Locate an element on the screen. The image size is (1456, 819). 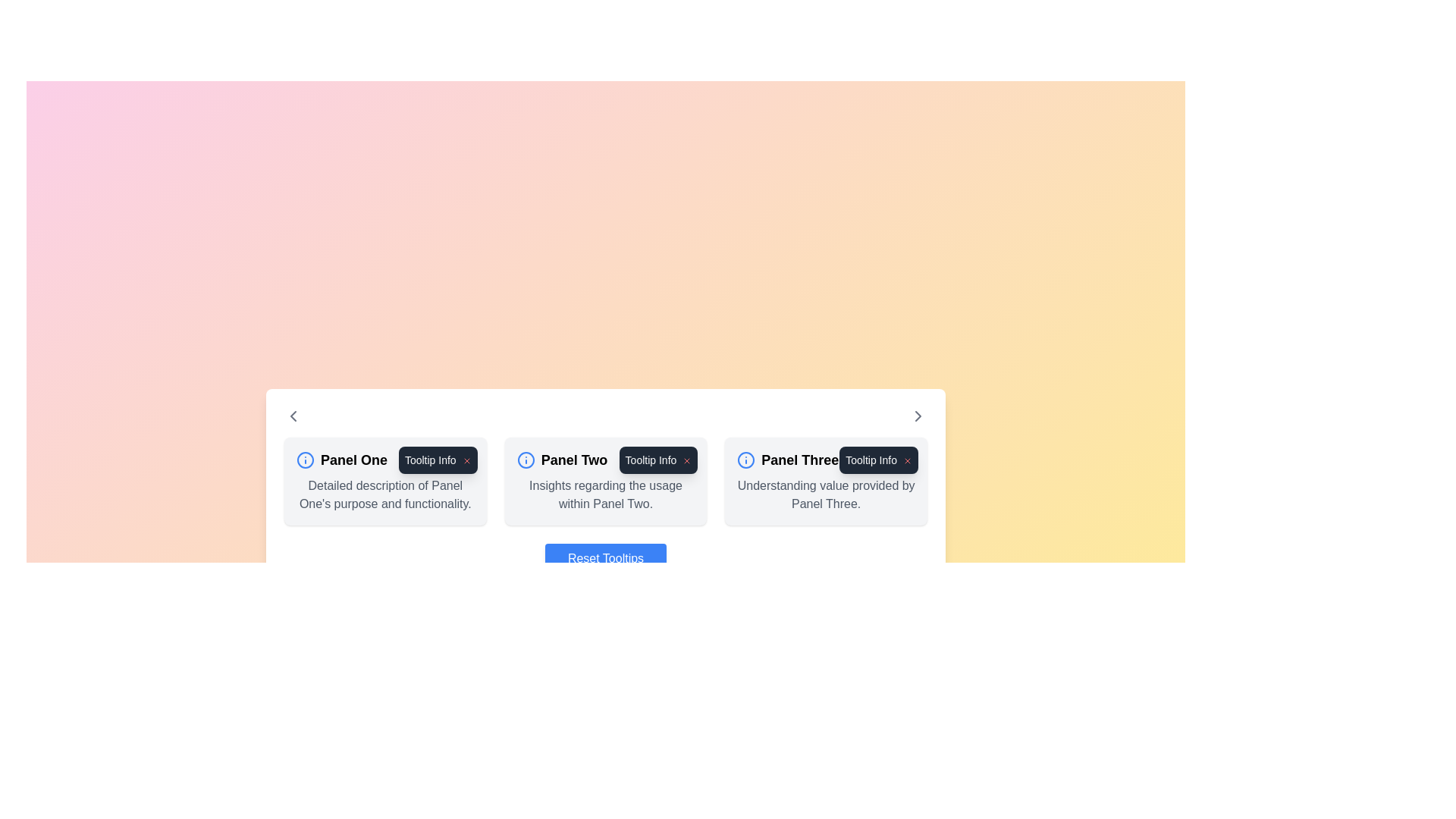
the Text Label that serves as the title for the third panel in the series is located at coordinates (825, 459).